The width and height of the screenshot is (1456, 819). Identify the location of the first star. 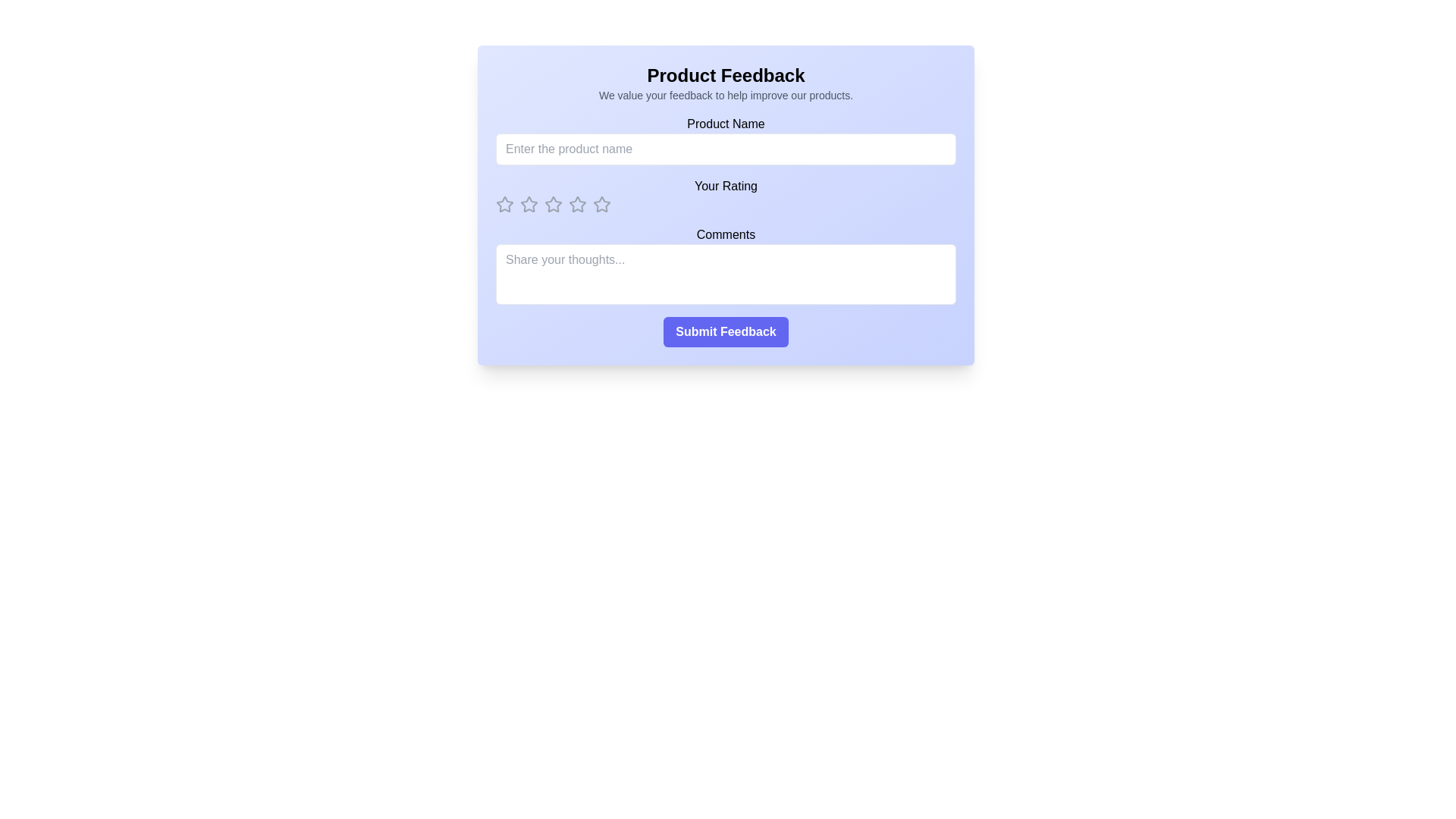
(505, 205).